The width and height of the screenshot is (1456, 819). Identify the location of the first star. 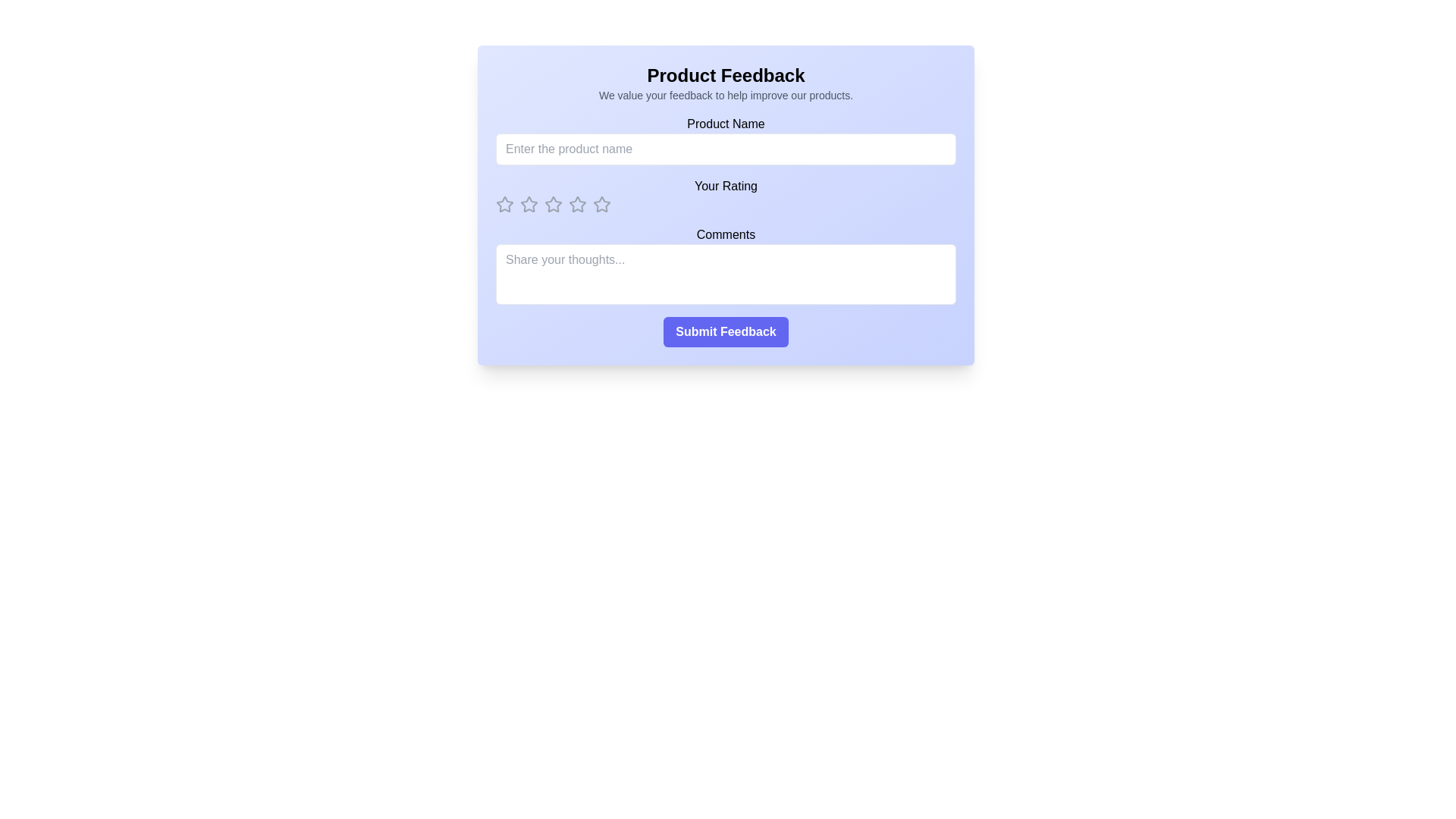
(505, 205).